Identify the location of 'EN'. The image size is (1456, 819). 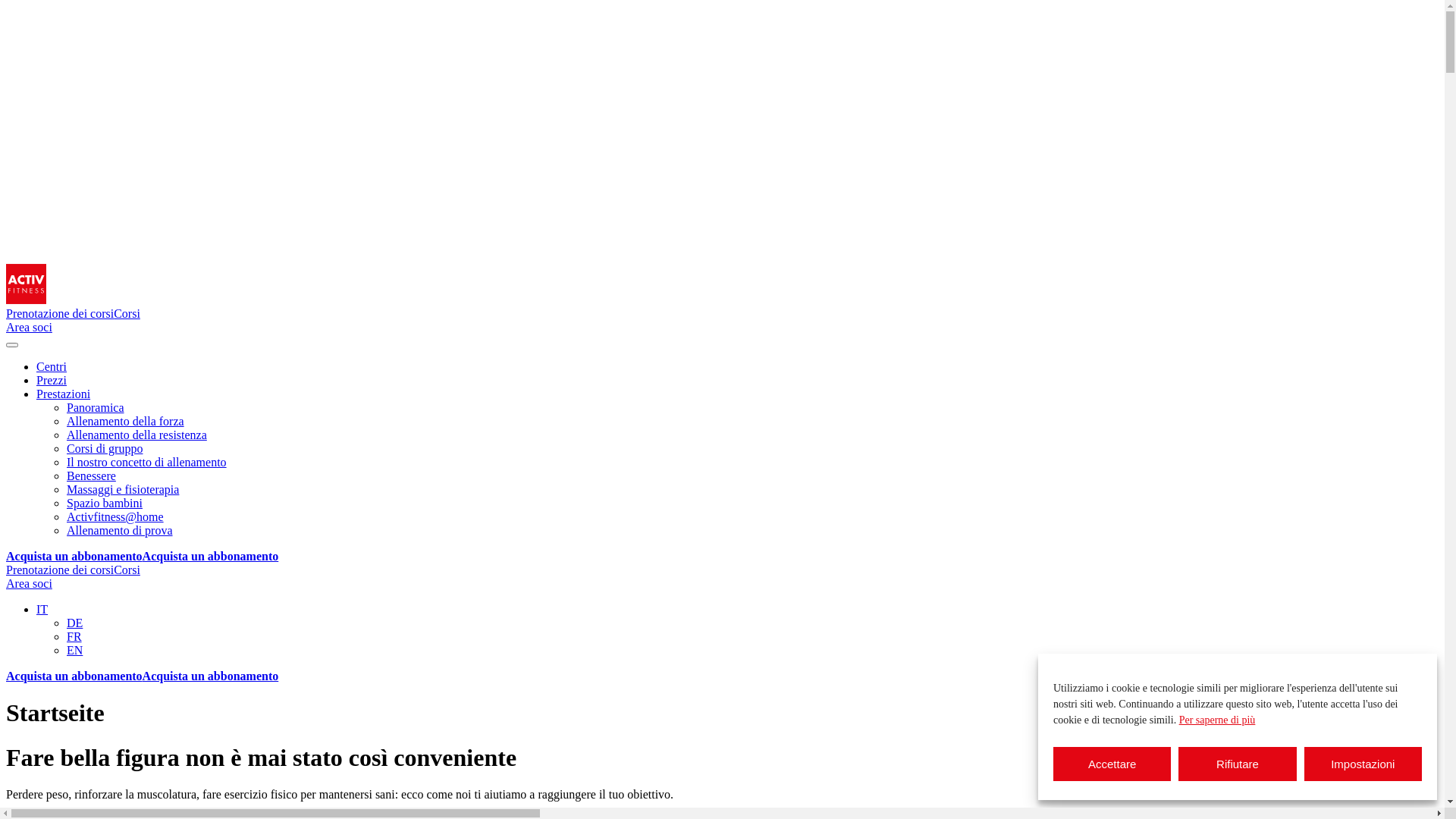
(74, 649).